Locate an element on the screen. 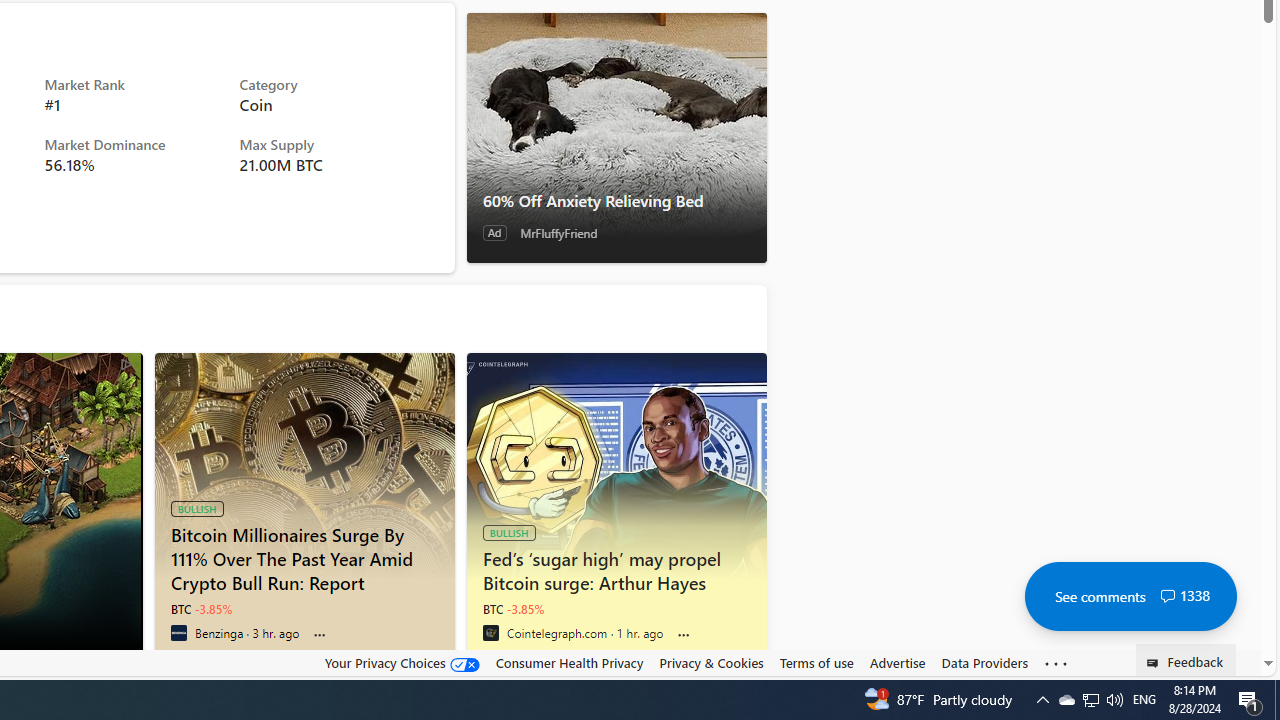 This screenshot has width=1280, height=720. 'Your Privacy Choices' is located at coordinates (400, 662).